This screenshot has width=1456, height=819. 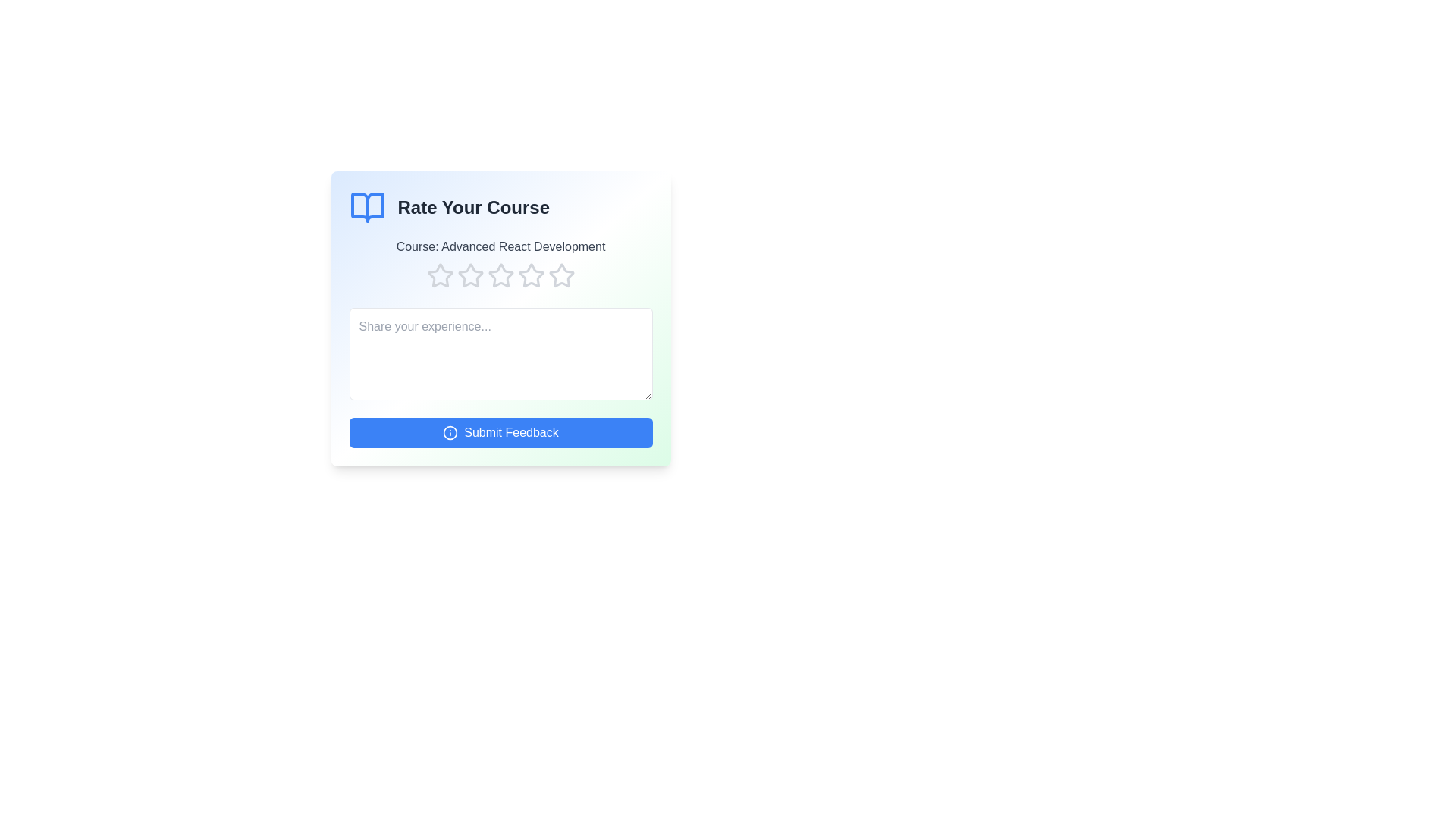 I want to click on the course rating to 3 stars by clicking on the corresponding star, so click(x=500, y=275).